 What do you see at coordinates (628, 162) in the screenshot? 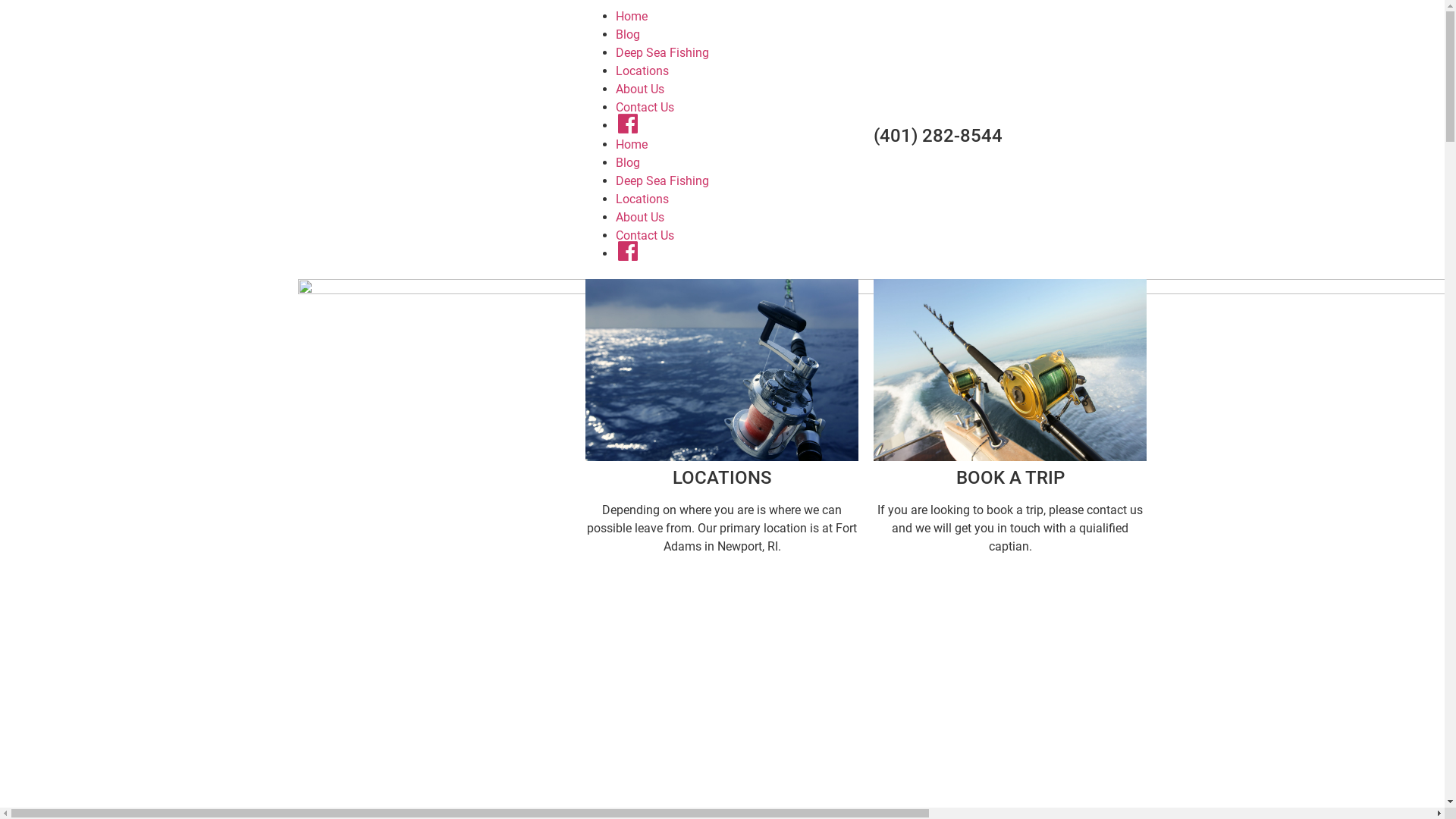
I see `'Blog'` at bounding box center [628, 162].